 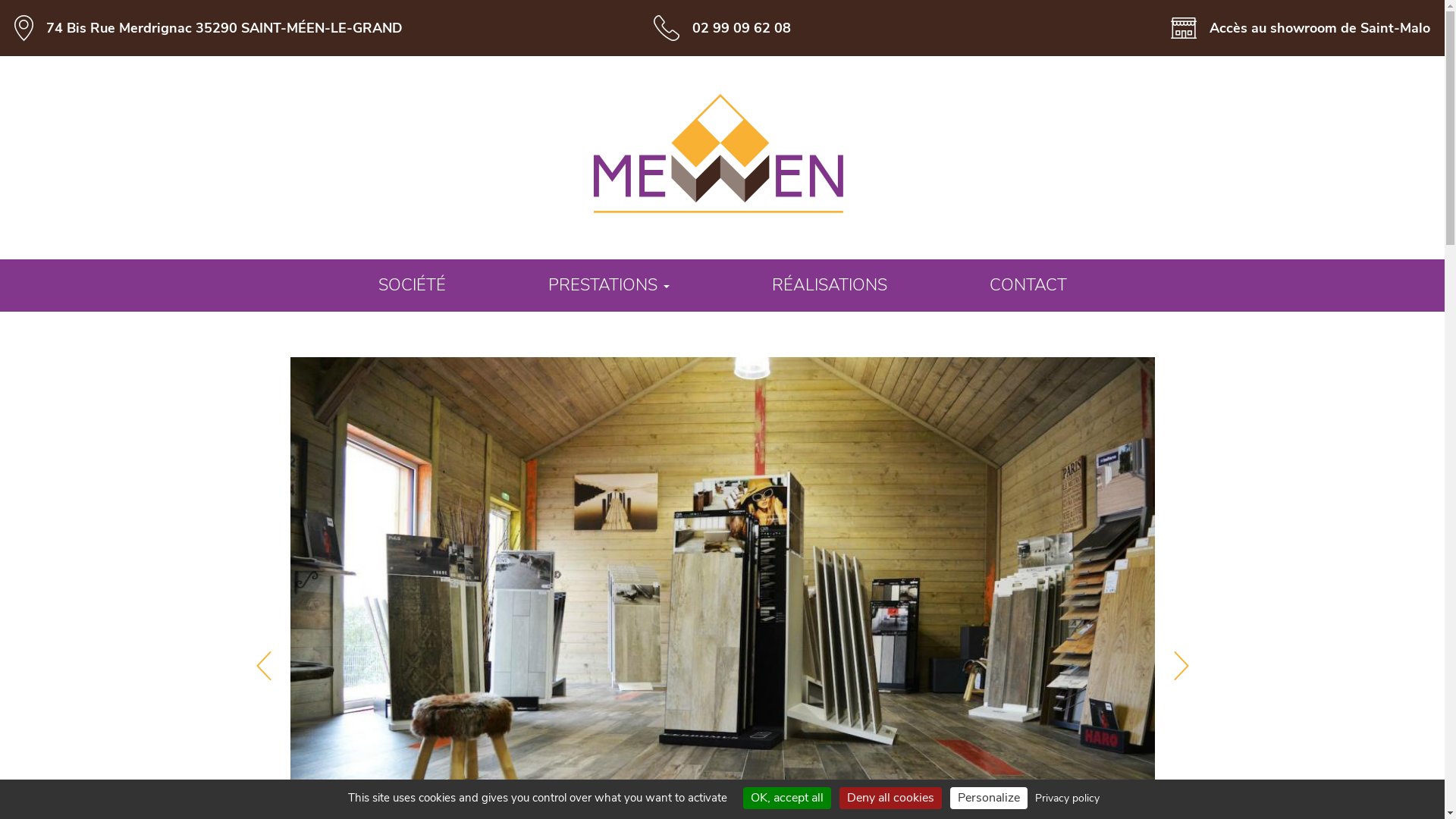 I want to click on 'Privacy policy', so click(x=1066, y=797).